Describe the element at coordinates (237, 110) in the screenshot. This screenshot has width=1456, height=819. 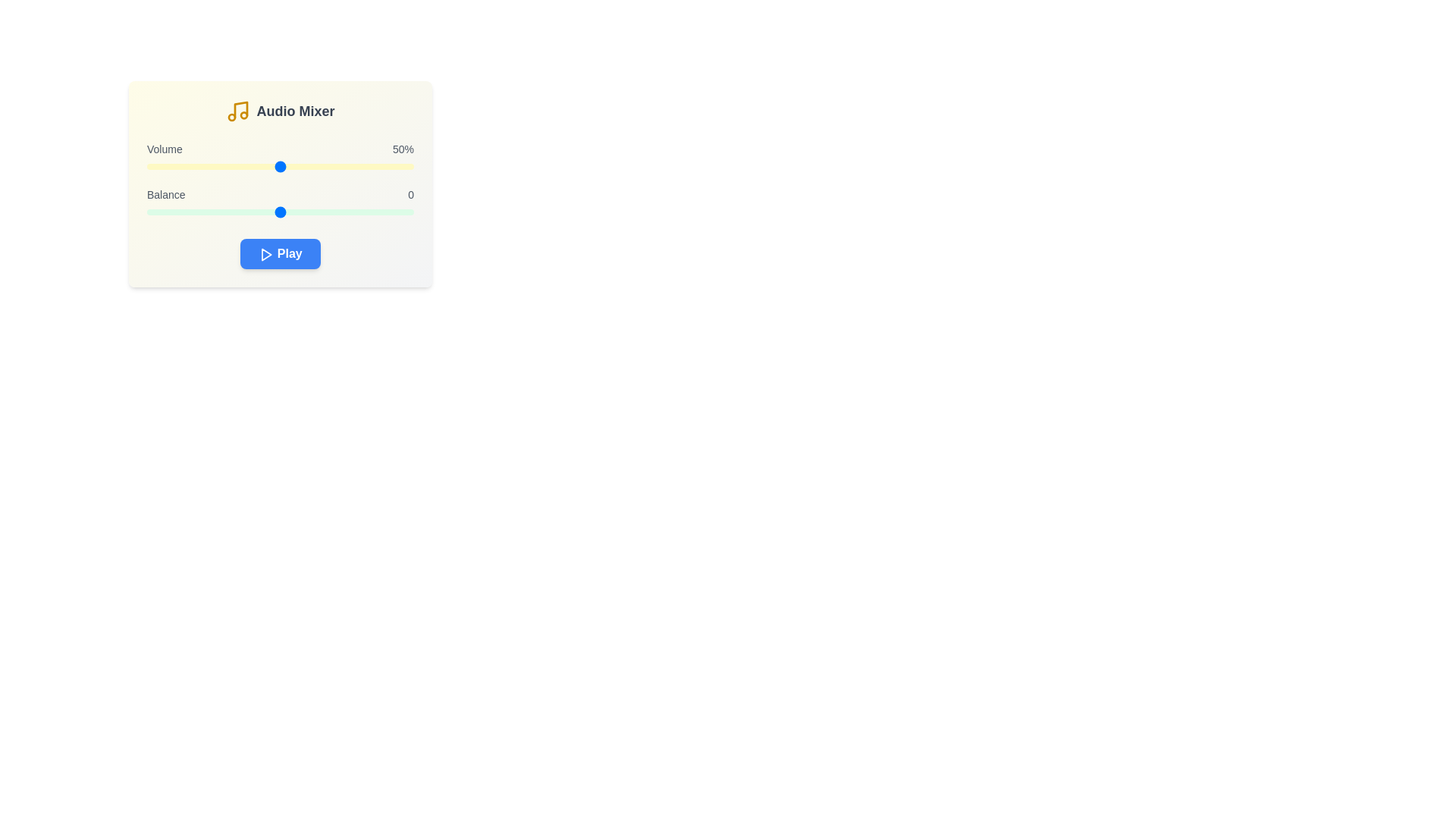
I see `the yellow musical note icon located to the left of the 'Audio Mixer' label in the header area of the card` at that location.